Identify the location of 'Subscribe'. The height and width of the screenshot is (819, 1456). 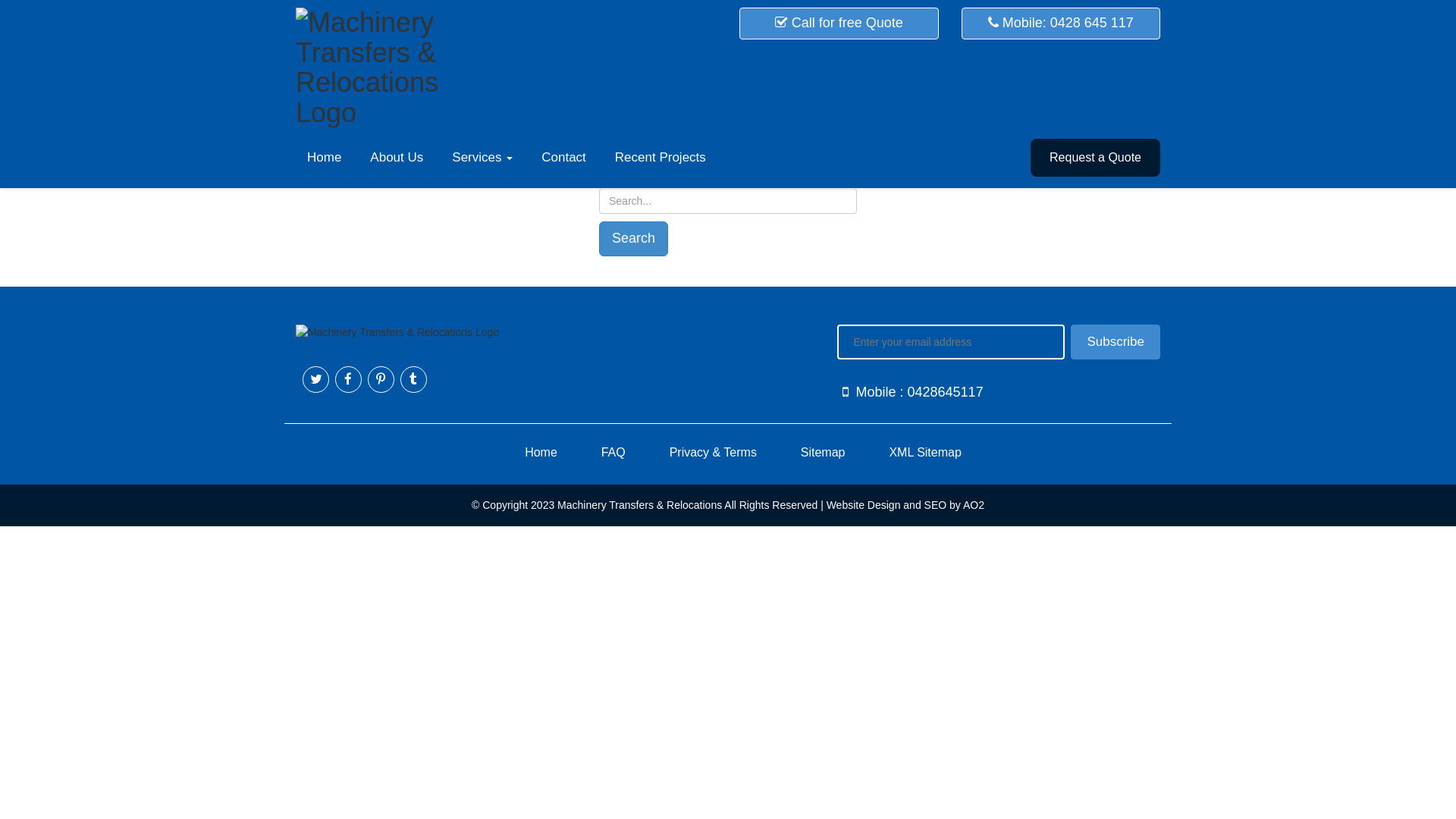
(1115, 342).